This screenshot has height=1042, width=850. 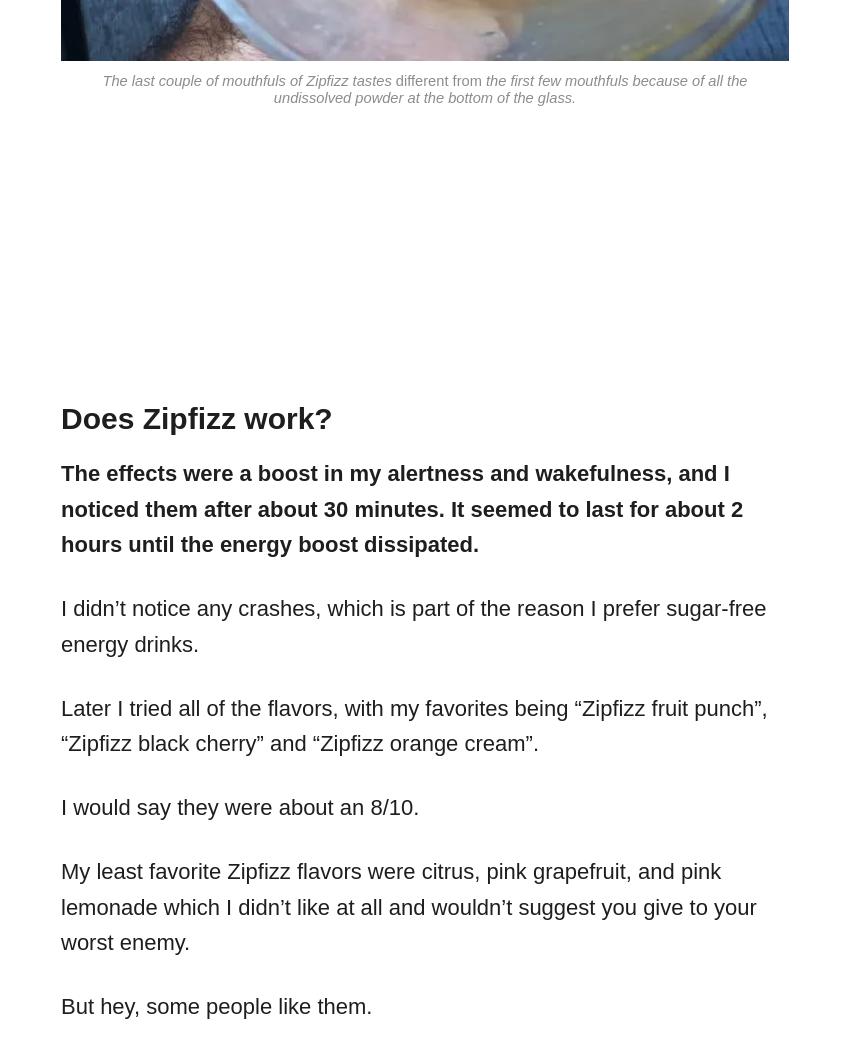 I want to click on 'Does Zipfizz work?', so click(x=195, y=417).